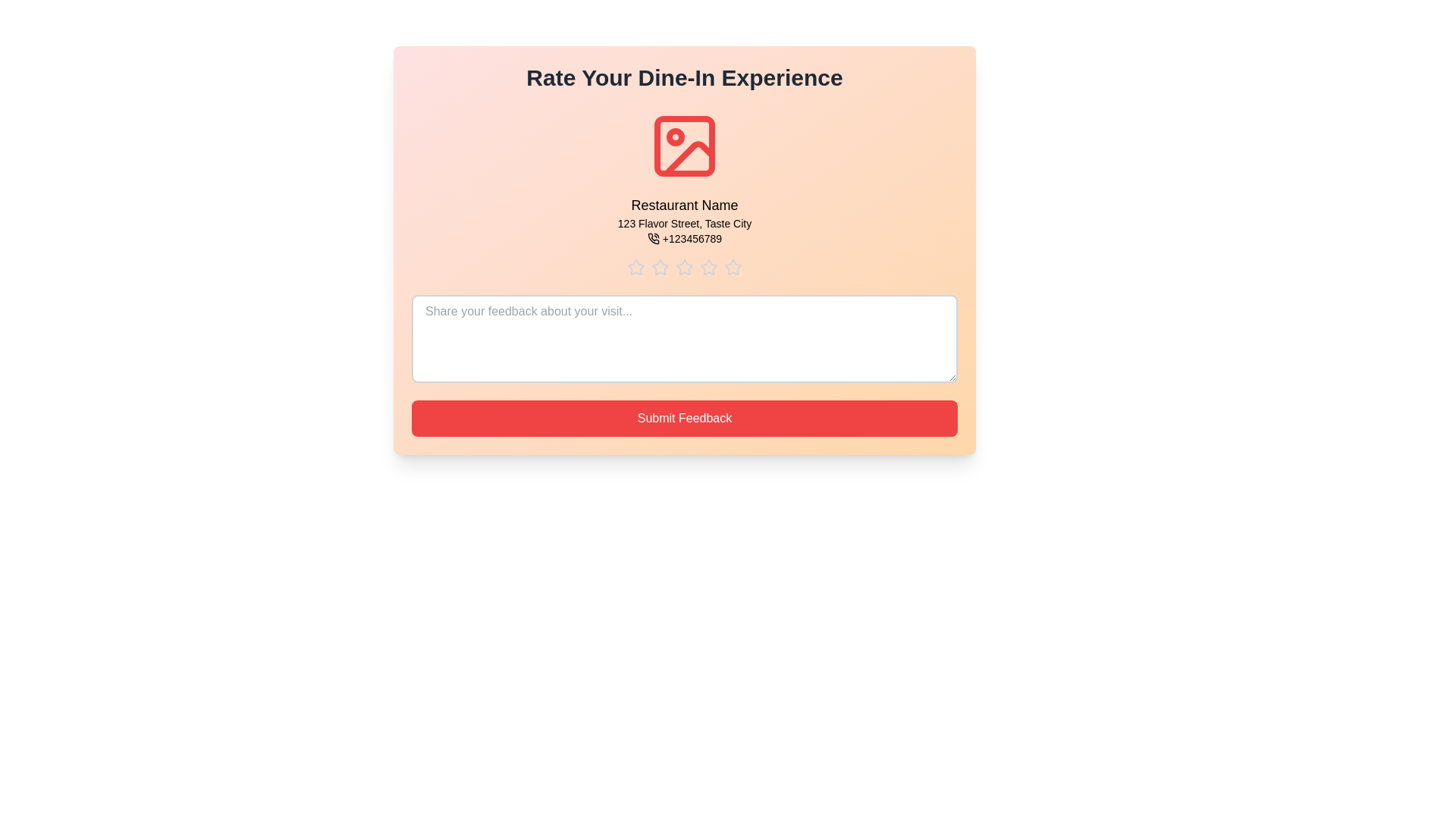 The width and height of the screenshot is (1456, 819). I want to click on the phone number to initiate a call, so click(683, 239).